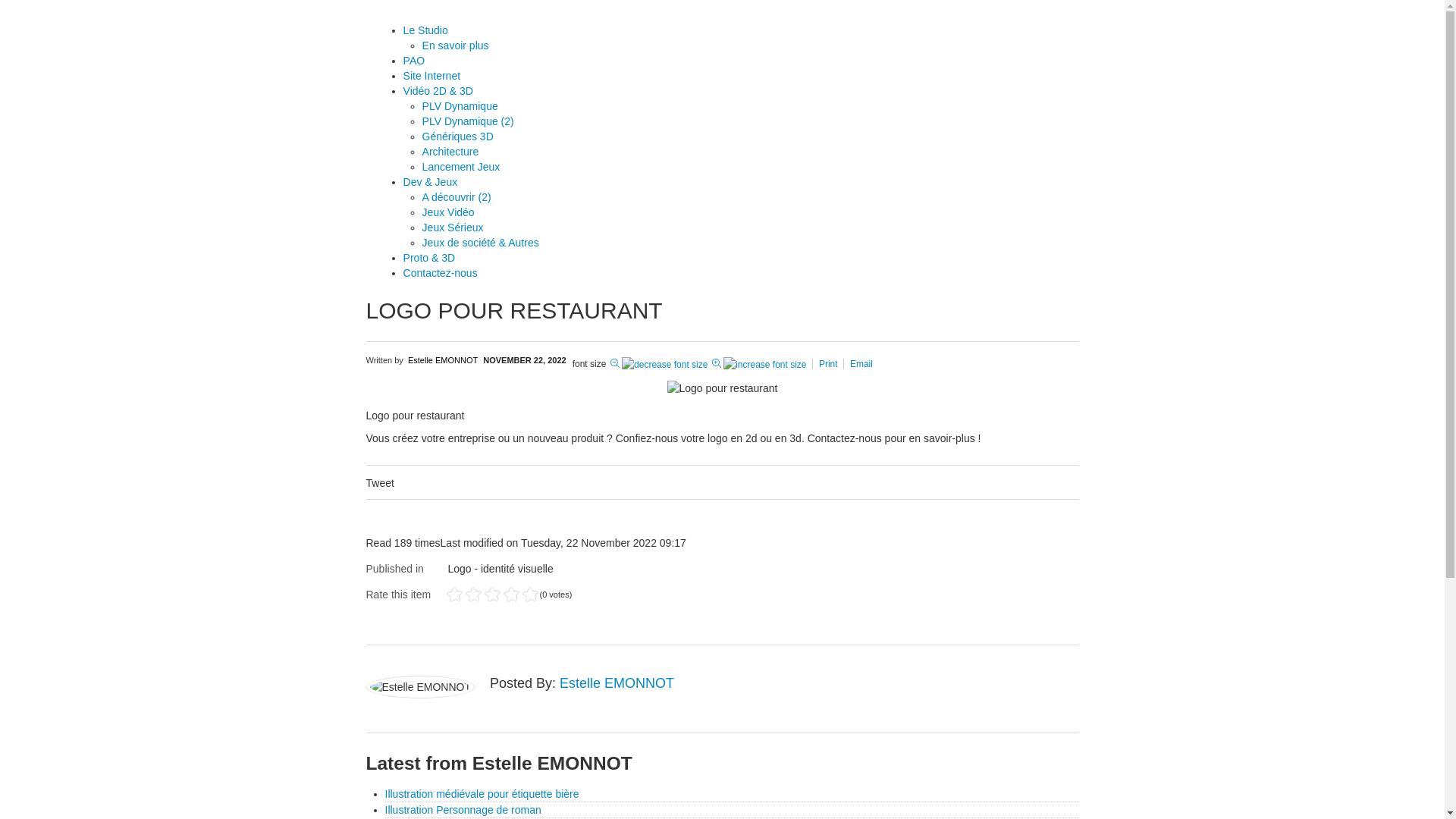 The width and height of the screenshot is (1456, 819). Describe the element at coordinates (491, 594) in the screenshot. I see `'5'` at that location.